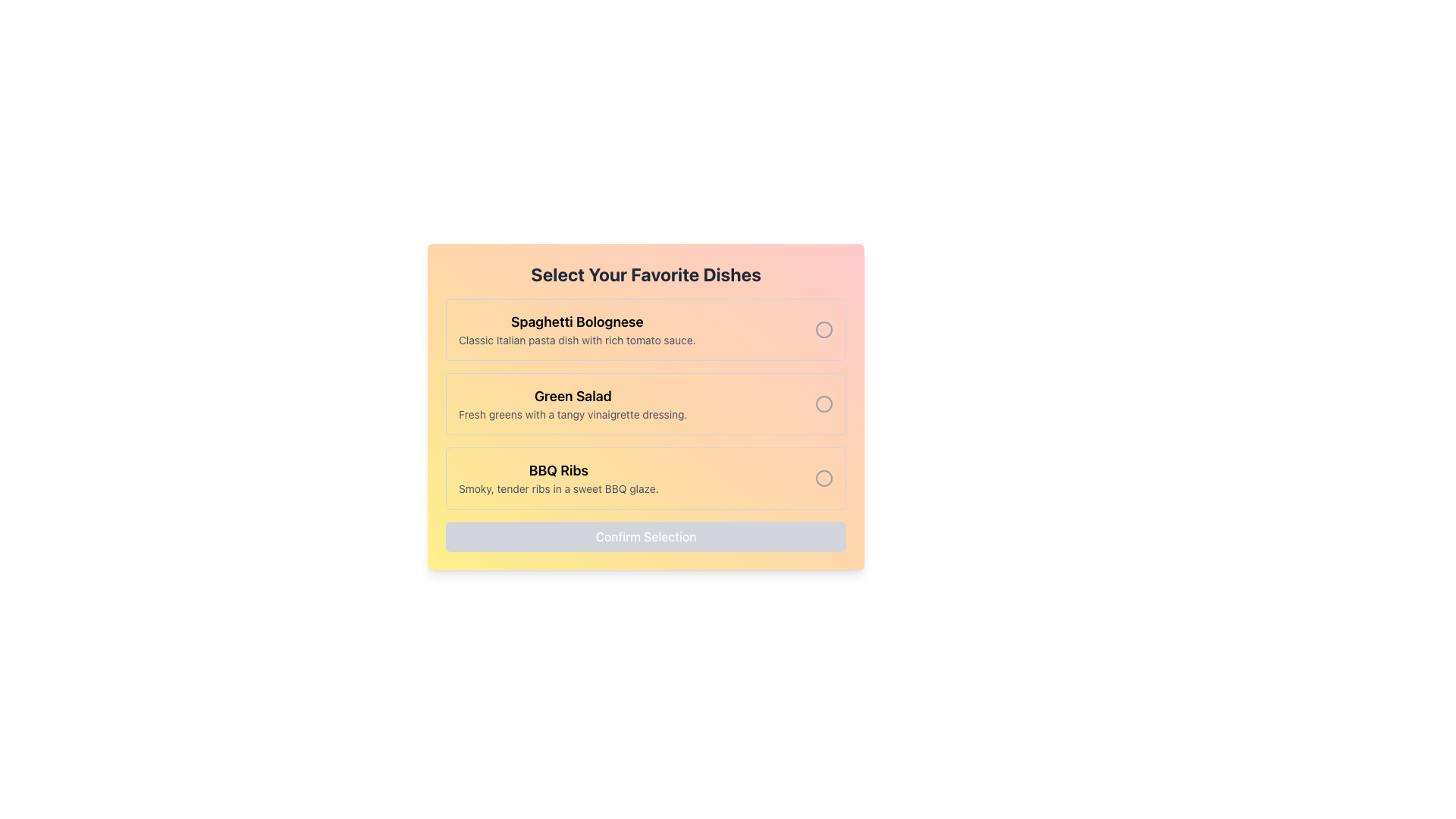  Describe the element at coordinates (572, 403) in the screenshot. I see `the informational Text display for 'Green Salad' located in the middle section of the vertical list, positioned between 'Spaghetti Bolognese' and 'BBQ Ribs', with a circular icon on the right side` at that location.